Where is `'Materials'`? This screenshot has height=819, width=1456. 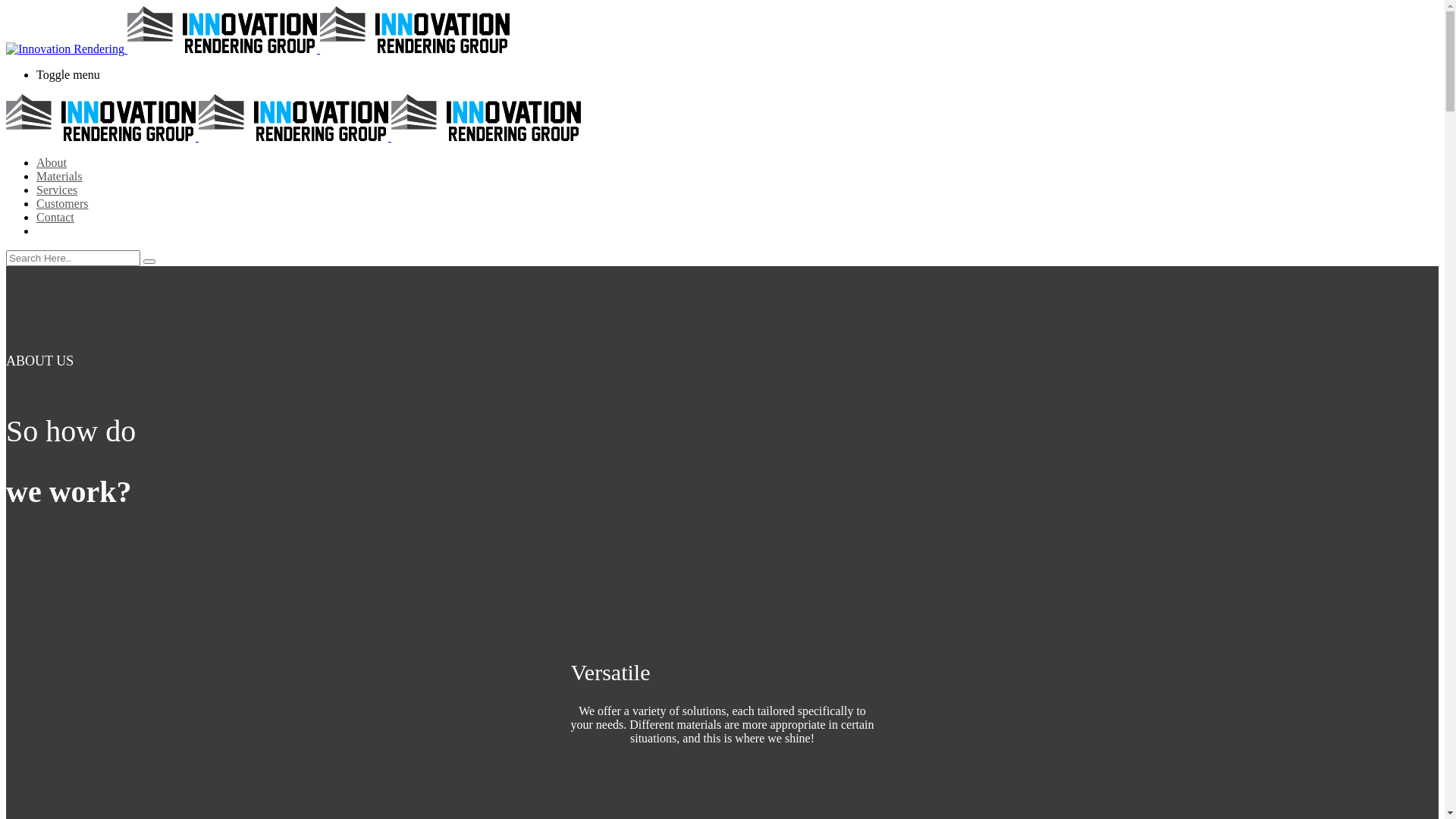
'Materials' is located at coordinates (58, 175).